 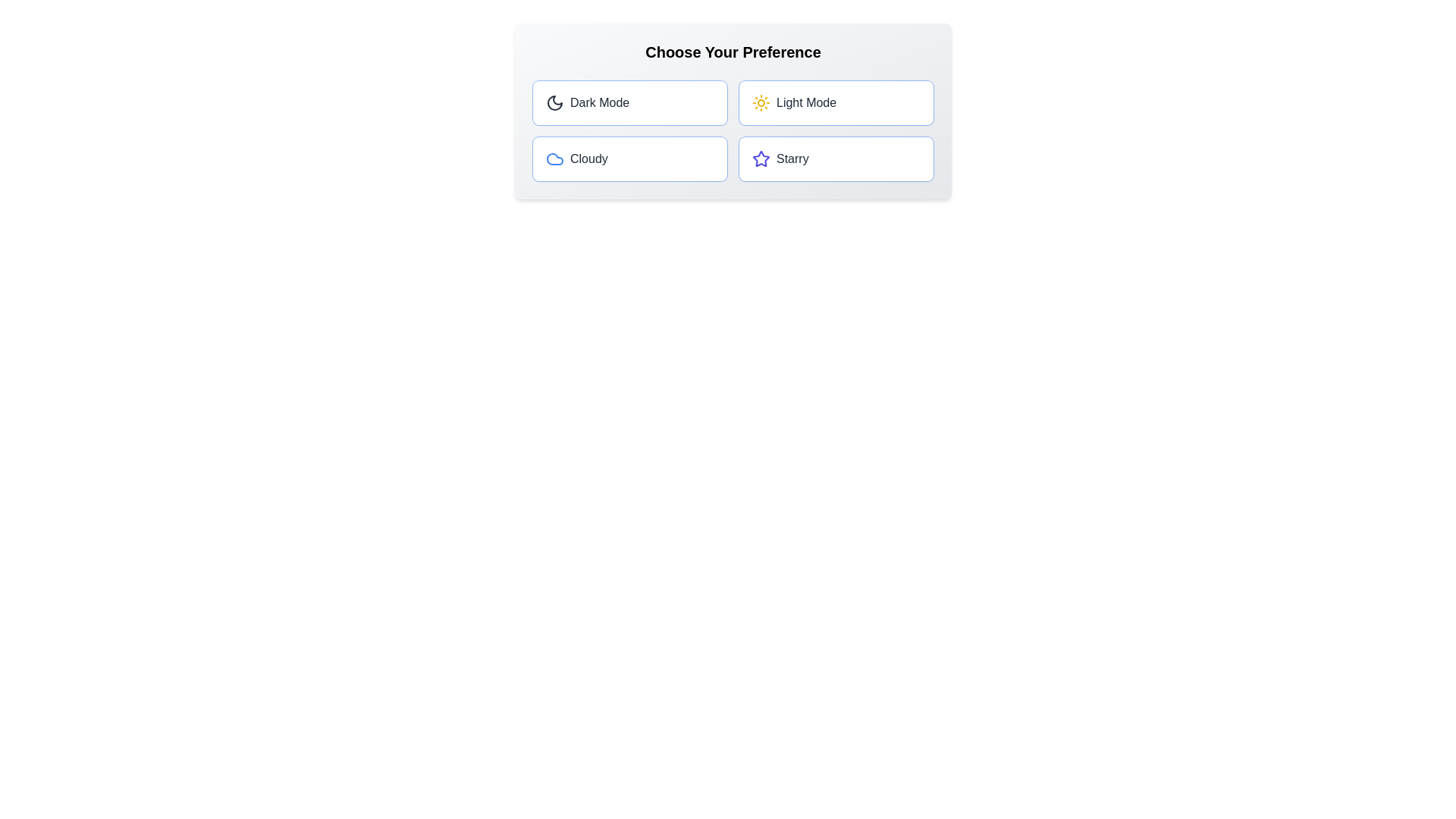 I want to click on the 'Cloudy' selectable option in the lower-left quadrant of the four-segment selection interface, so click(x=576, y=158).